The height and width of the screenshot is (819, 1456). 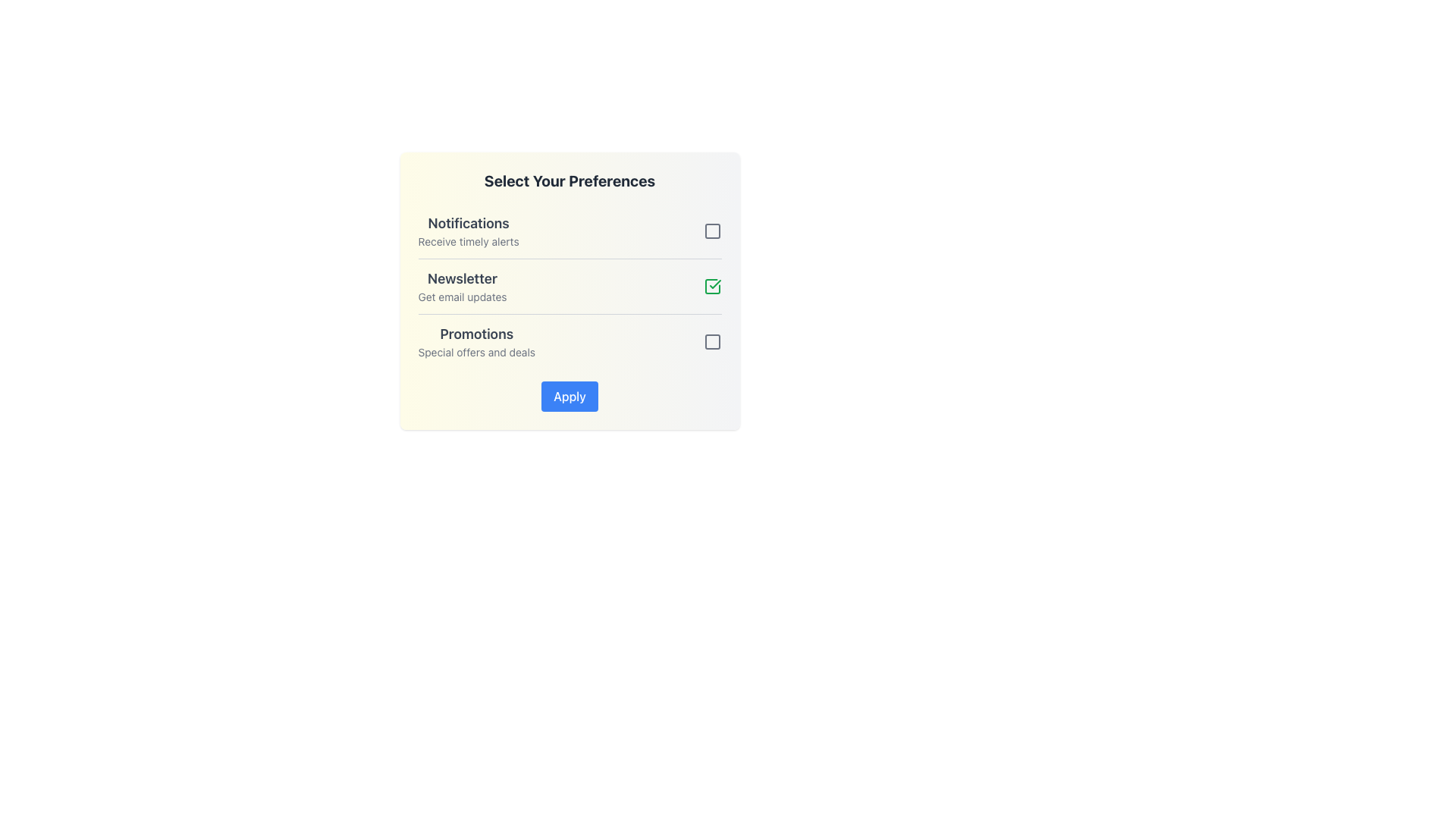 What do you see at coordinates (468, 241) in the screenshot?
I see `the static text element that reads 'Receive timely alerts', which is styled in light gray and positioned below the 'Notifications' heading` at bounding box center [468, 241].